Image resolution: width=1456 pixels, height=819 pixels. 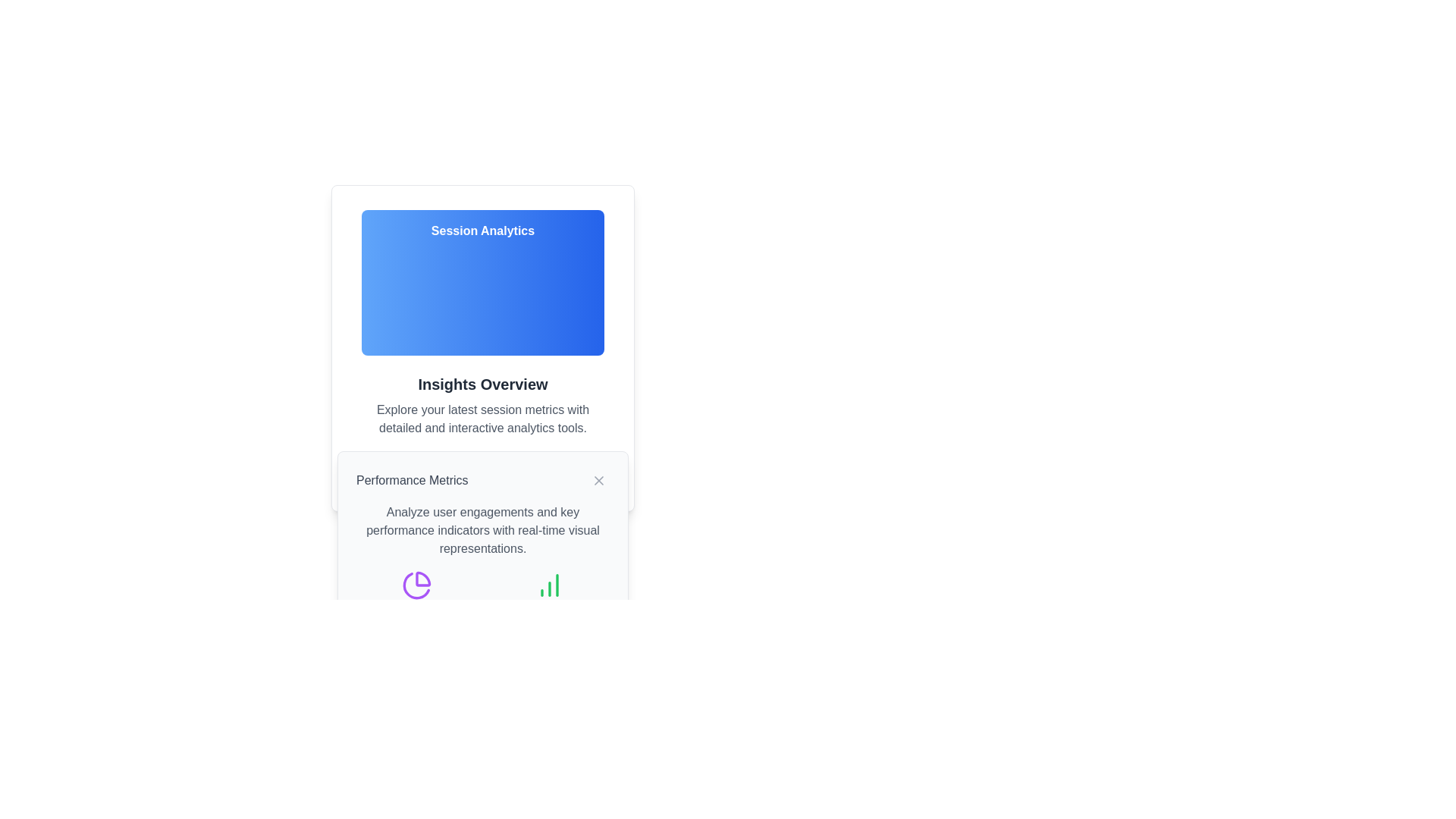 What do you see at coordinates (416, 595) in the screenshot?
I see `the icon representing user distribution data` at bounding box center [416, 595].